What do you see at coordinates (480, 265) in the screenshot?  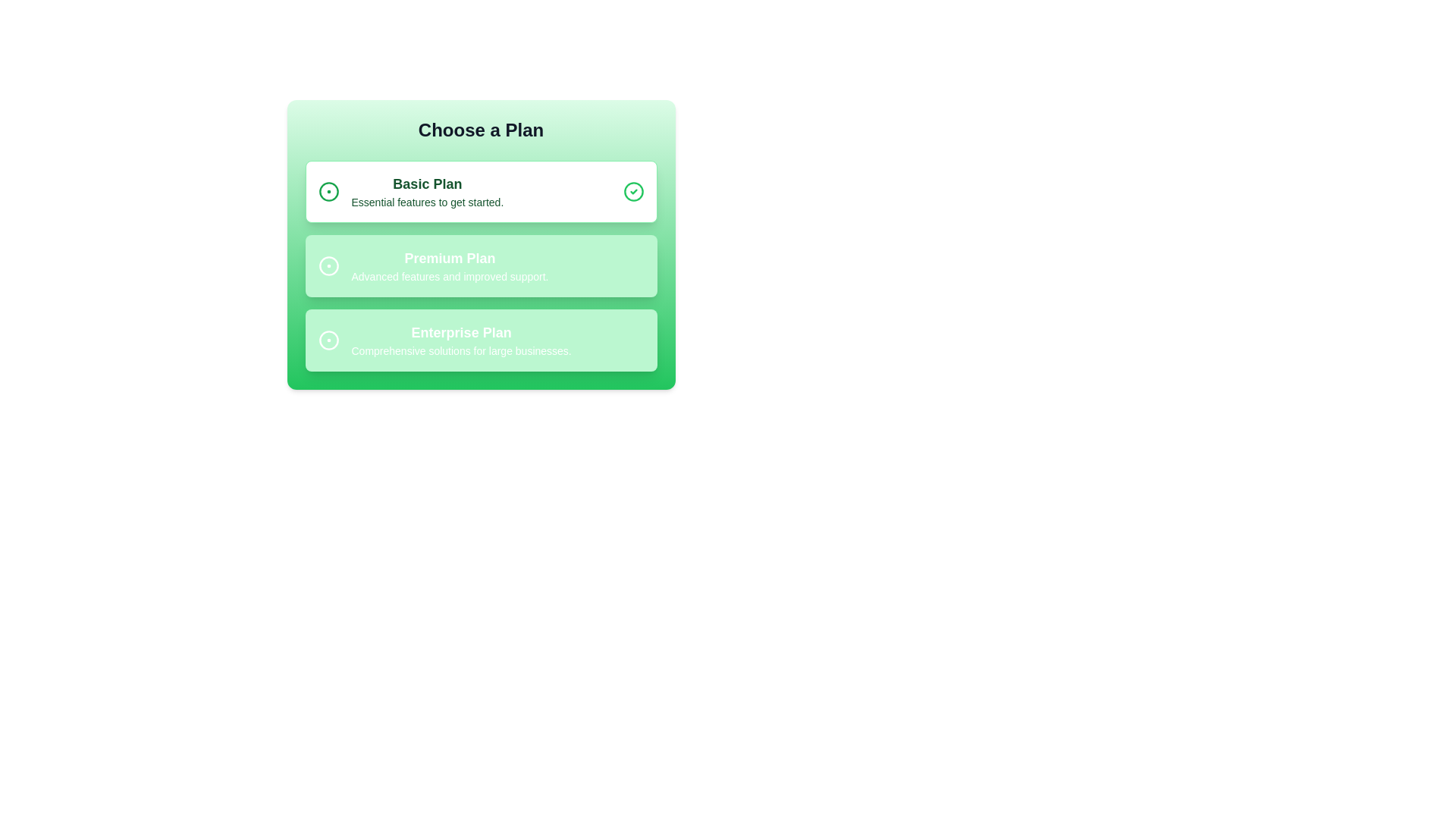 I see `an option in the selection menu located below the text 'Choose a Plan'` at bounding box center [480, 265].